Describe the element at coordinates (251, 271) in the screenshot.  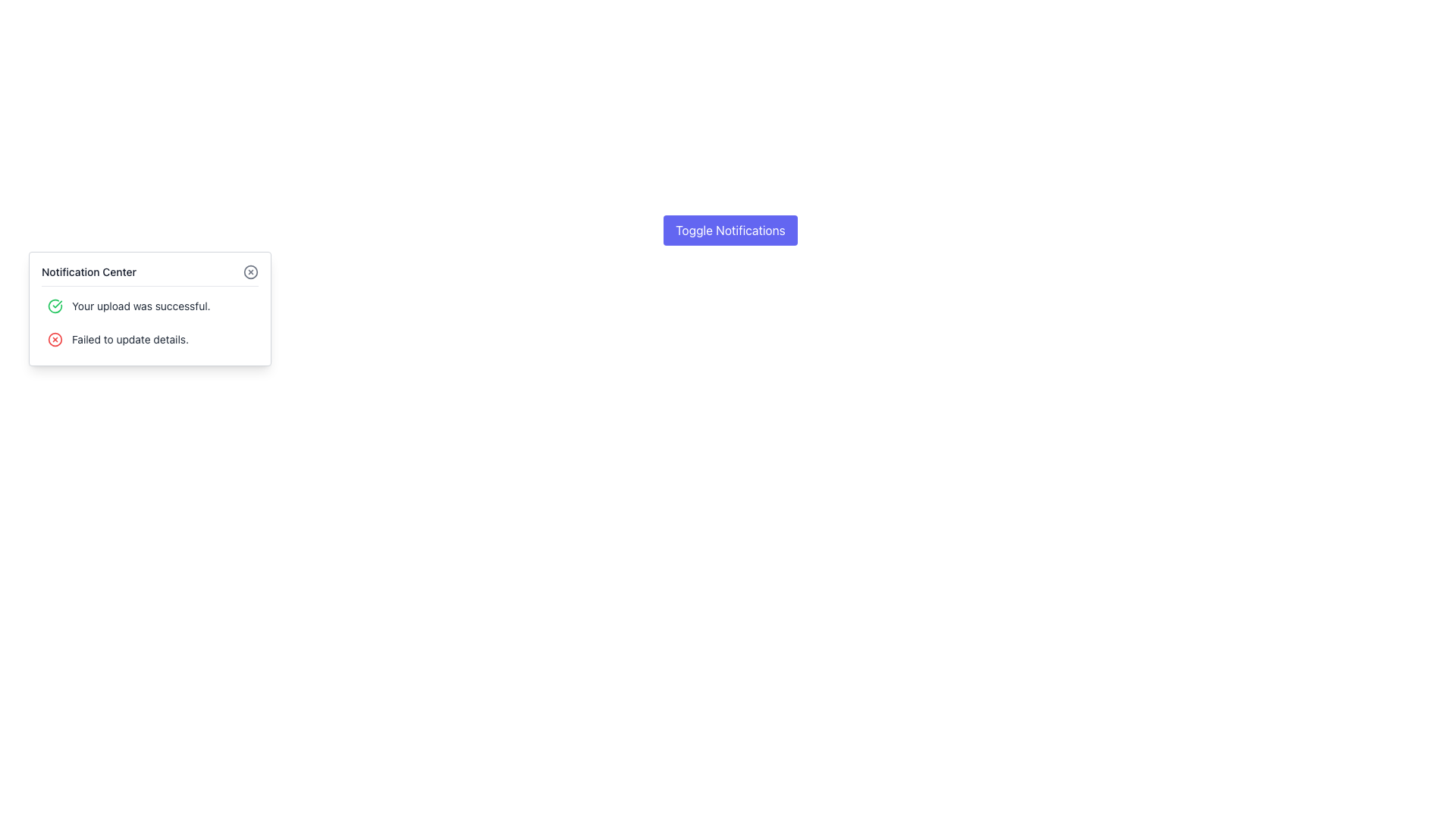
I see `the circular part of the icon located in the top-right corner of the notification center box, which serves a decorative or symbolic function` at that location.